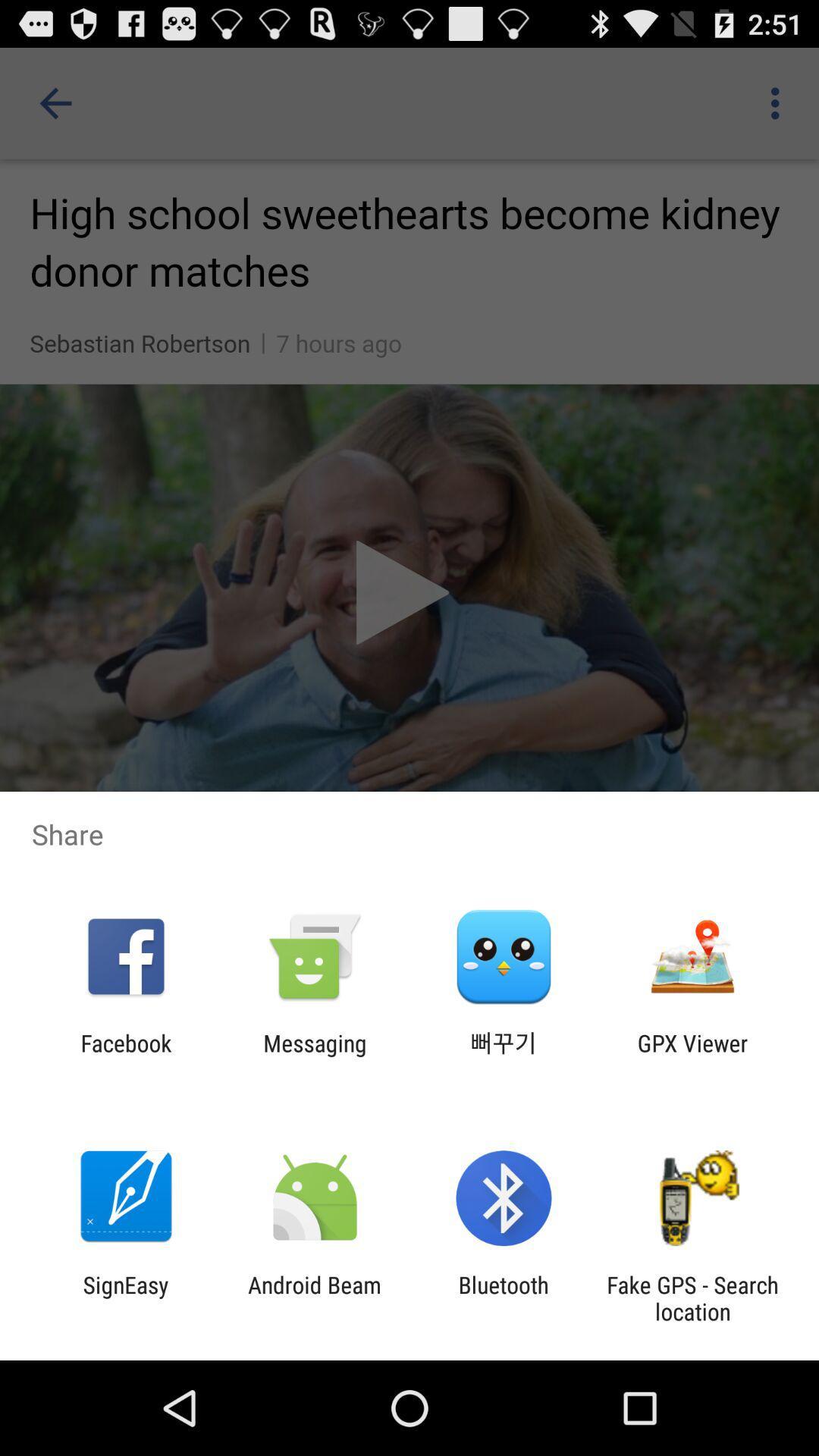 Image resolution: width=819 pixels, height=1456 pixels. Describe the element at coordinates (504, 1056) in the screenshot. I see `the icon to the left of the gpx viewer icon` at that location.